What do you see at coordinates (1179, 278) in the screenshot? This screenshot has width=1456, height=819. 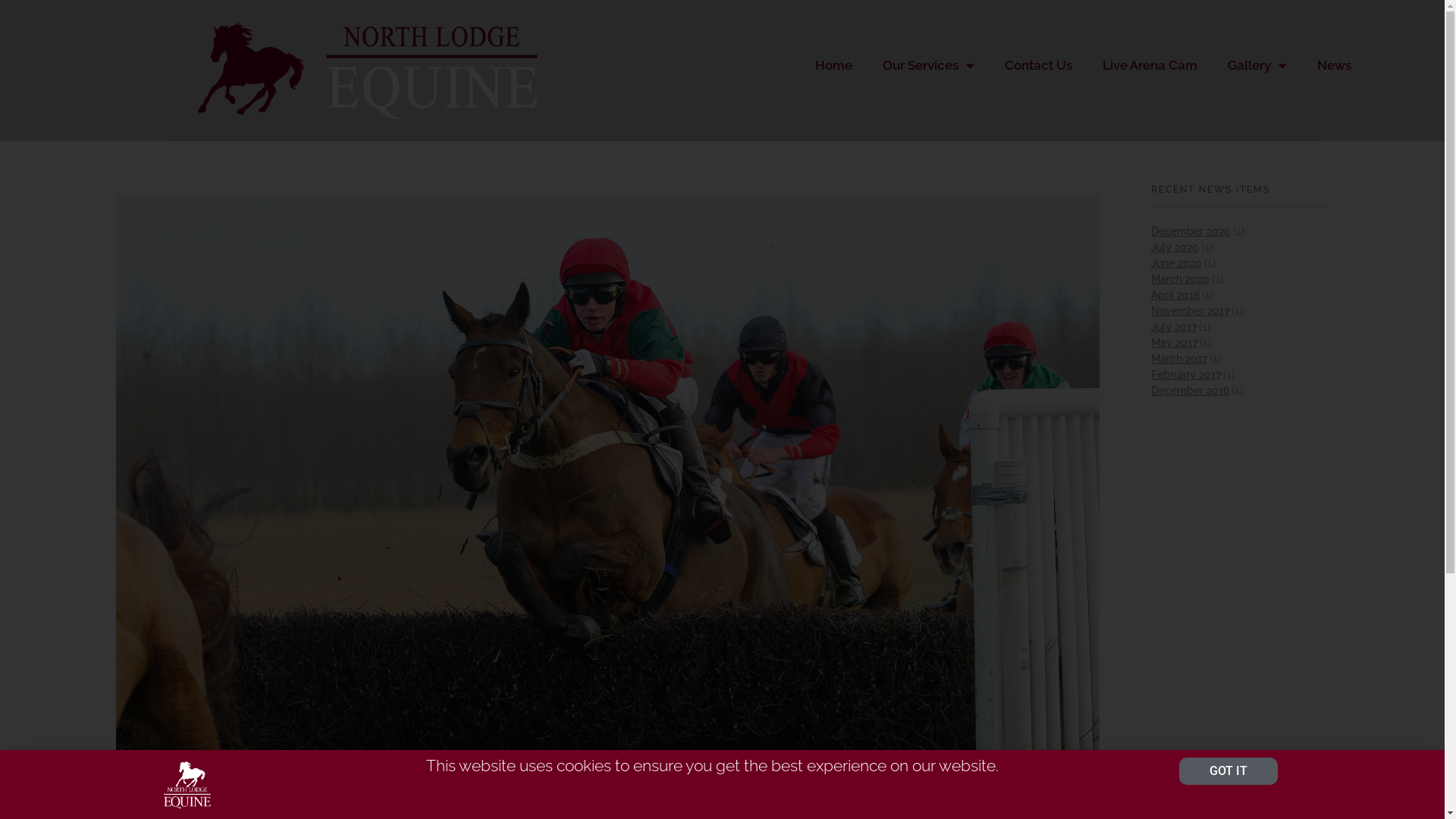 I see `'March 2020'` at bounding box center [1179, 278].